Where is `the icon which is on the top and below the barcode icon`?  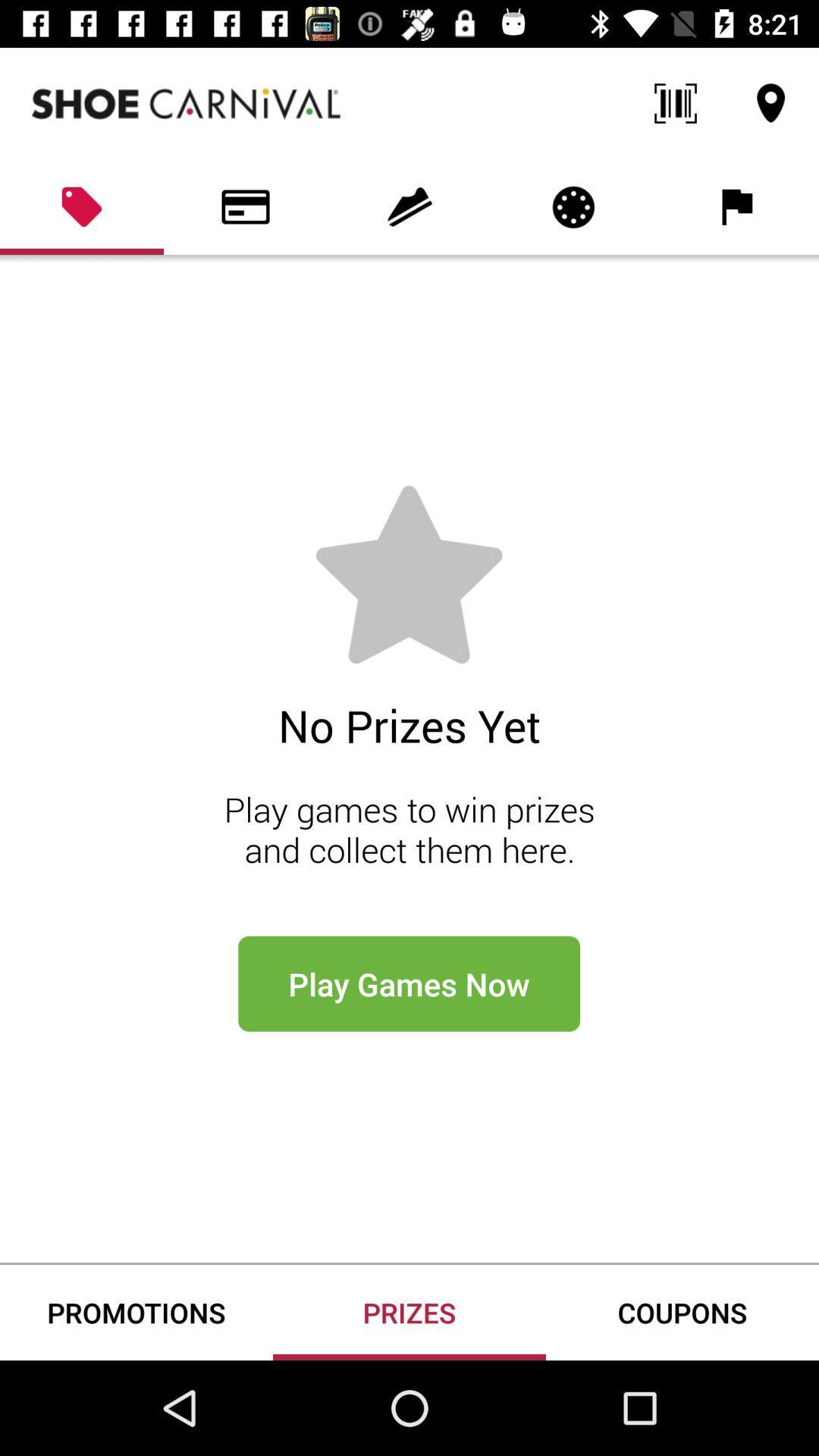
the icon which is on the top and below the barcode icon is located at coordinates (573, 206).